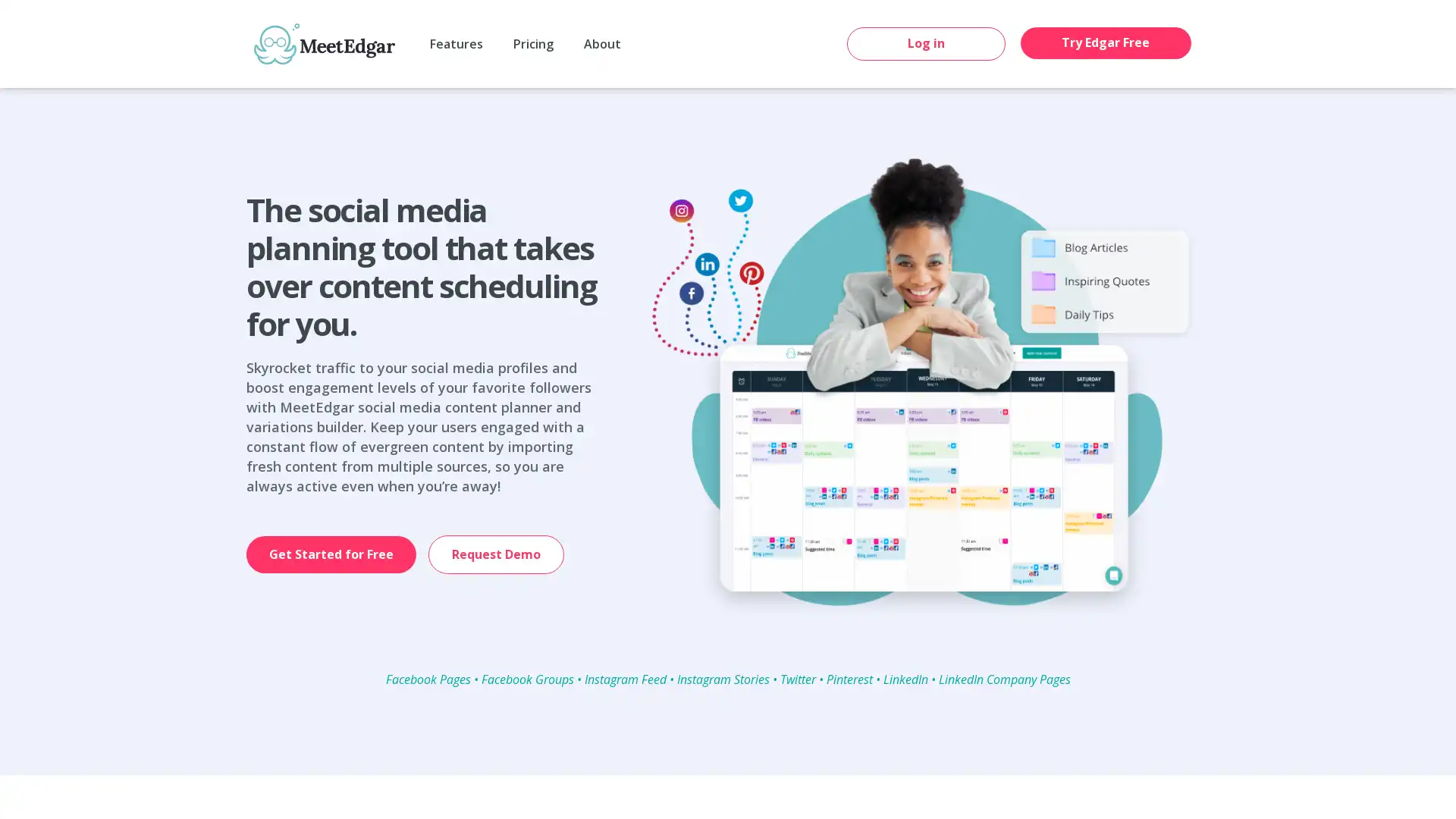 Image resolution: width=1456 pixels, height=819 pixels. I want to click on Try Edgar Free, so click(1106, 42).